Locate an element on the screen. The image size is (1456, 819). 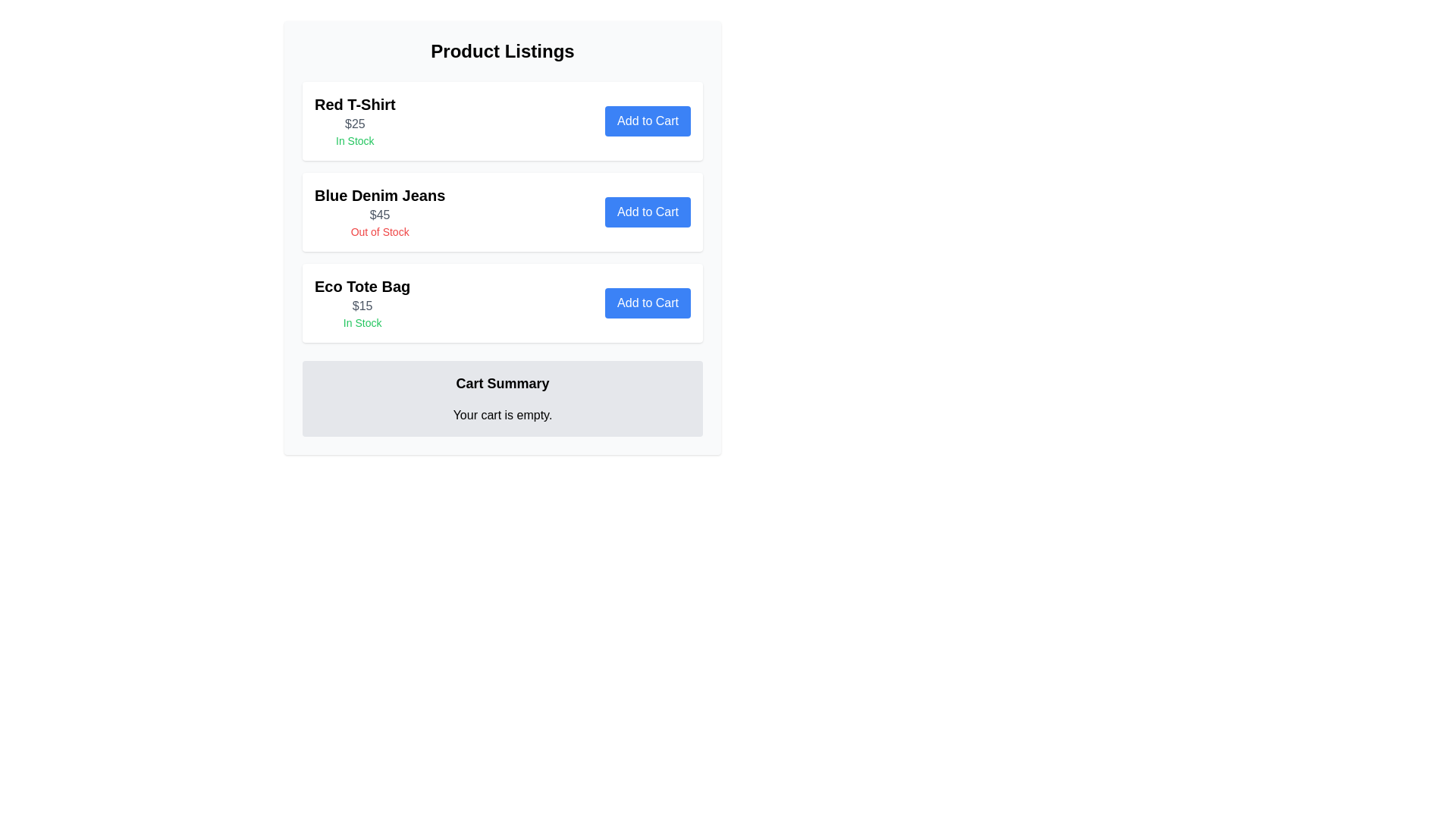
the static text label displaying the product name 'Eco Tote Bag', which is located at the top of the product card is located at coordinates (362, 287).